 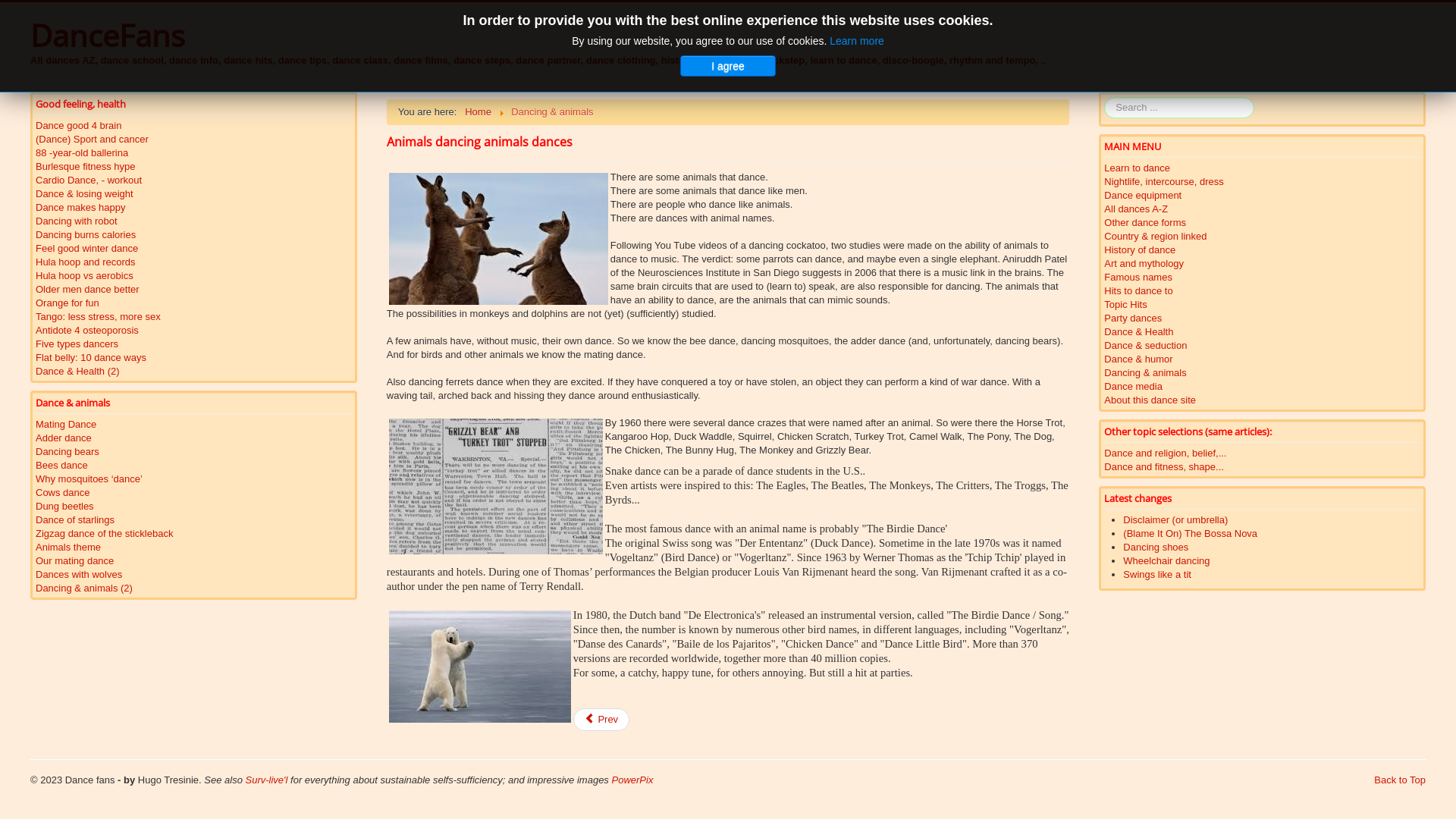 I want to click on 'Disclaimer (or umbrella)', so click(x=1175, y=519).